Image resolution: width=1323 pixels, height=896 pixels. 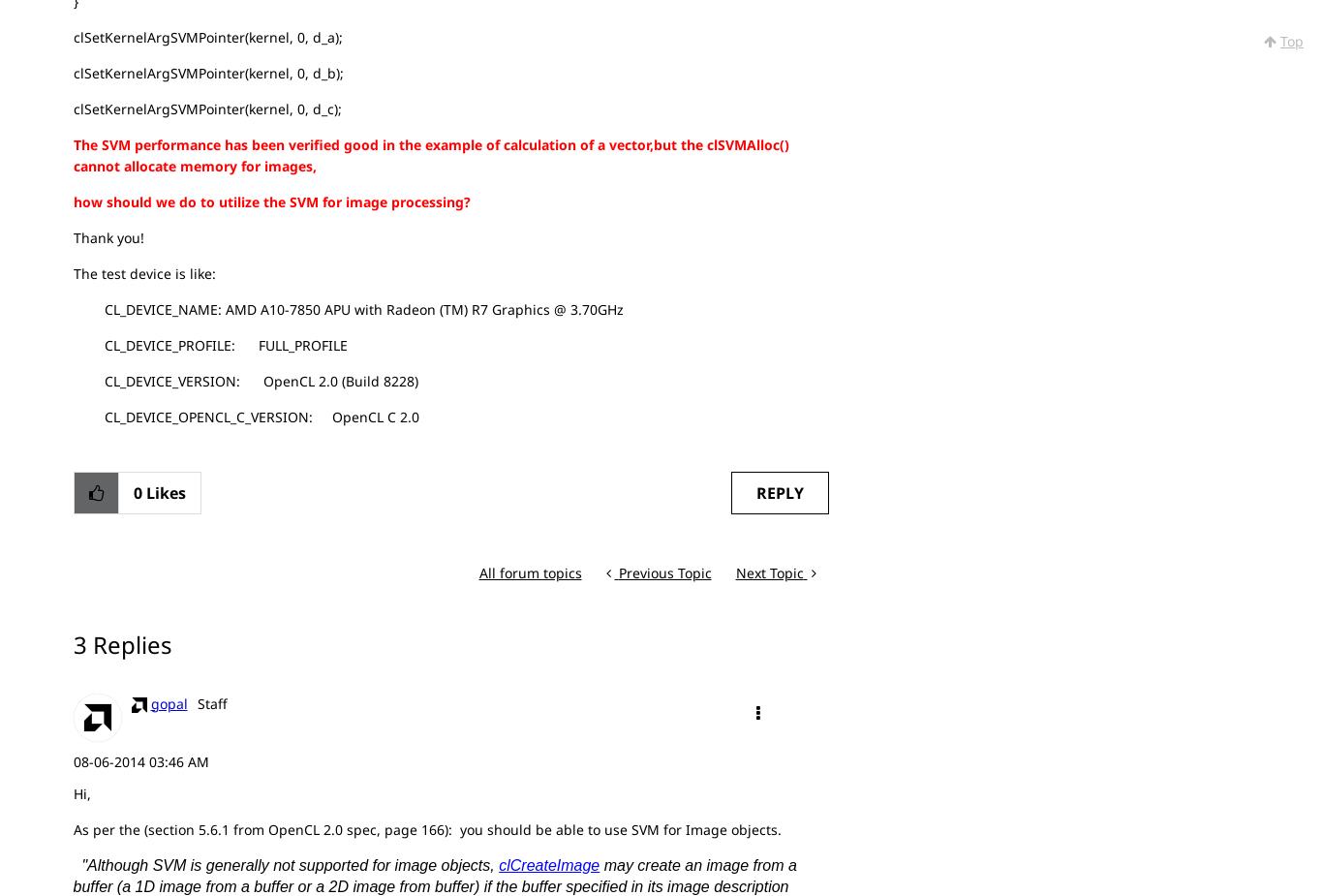 I want to click on 'CL_DEVICE_NAME: AMD A10-7850 APU with Radeon (TM) R7 Graphics @ 3.70GHz', so click(x=72, y=307).